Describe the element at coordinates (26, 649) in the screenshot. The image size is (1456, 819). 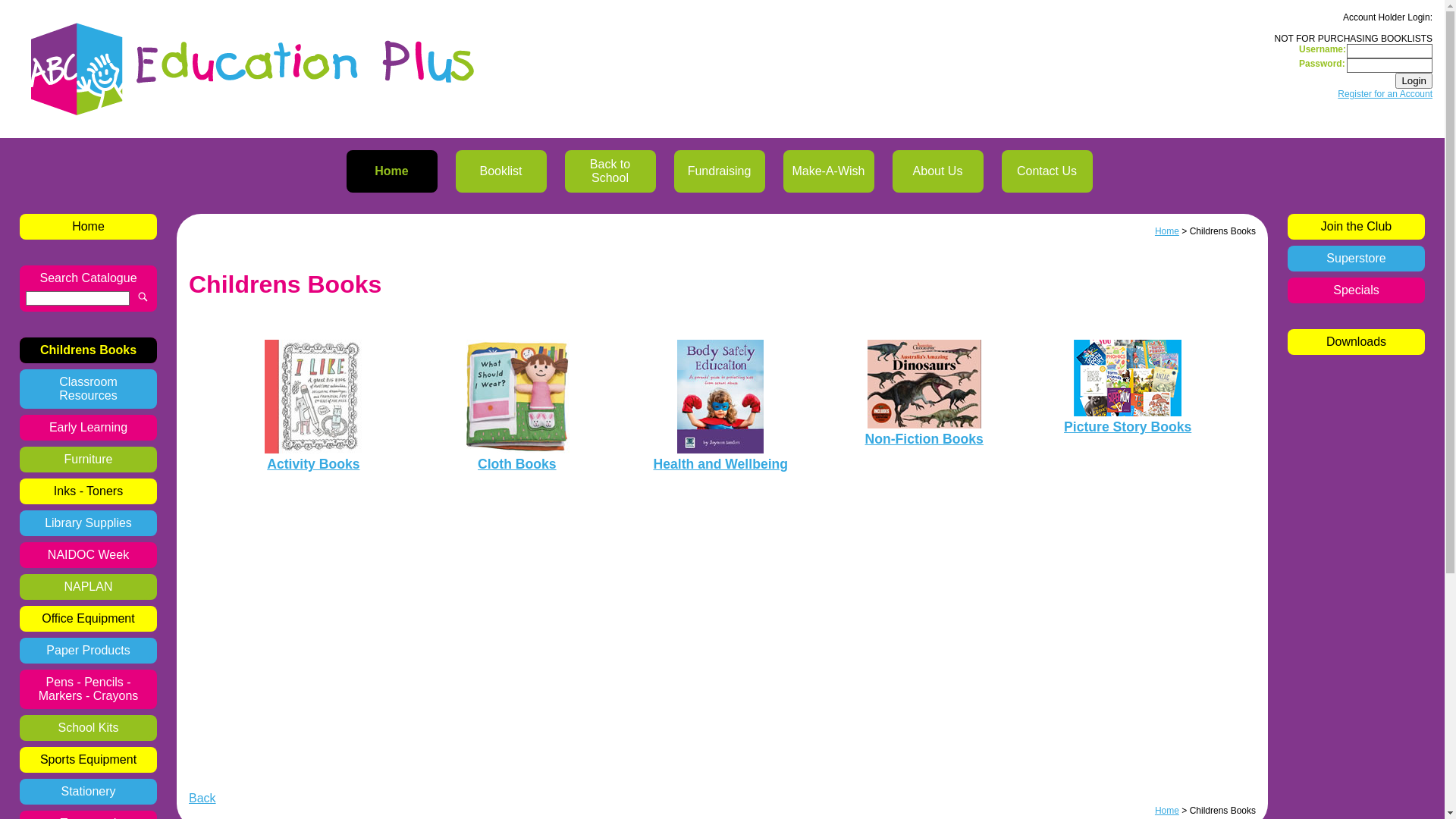
I see `'Paper Products'` at that location.